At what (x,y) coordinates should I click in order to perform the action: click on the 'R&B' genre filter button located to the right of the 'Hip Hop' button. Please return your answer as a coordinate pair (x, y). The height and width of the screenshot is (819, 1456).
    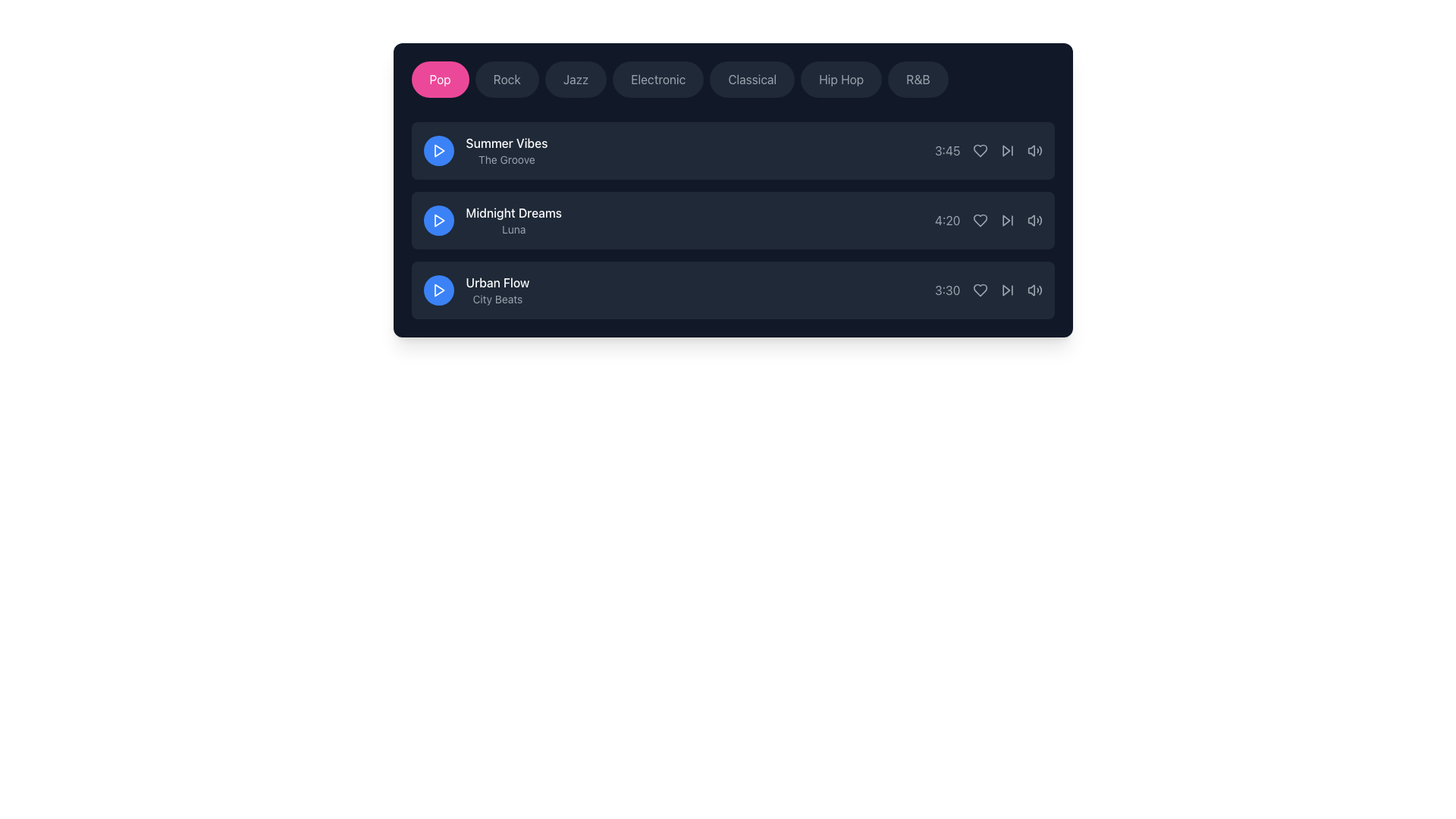
    Looking at the image, I should click on (917, 79).